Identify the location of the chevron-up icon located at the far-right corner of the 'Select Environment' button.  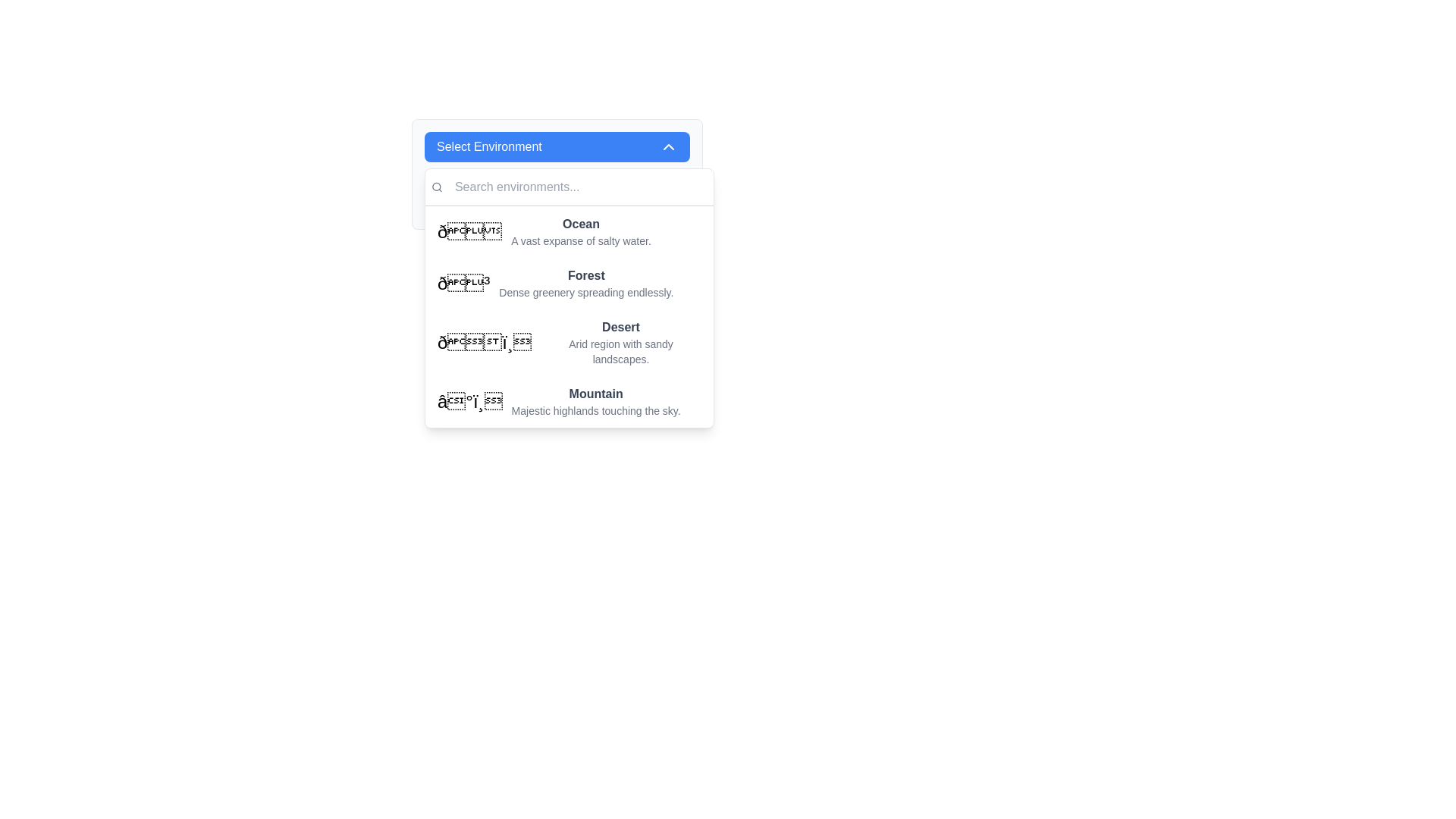
(668, 146).